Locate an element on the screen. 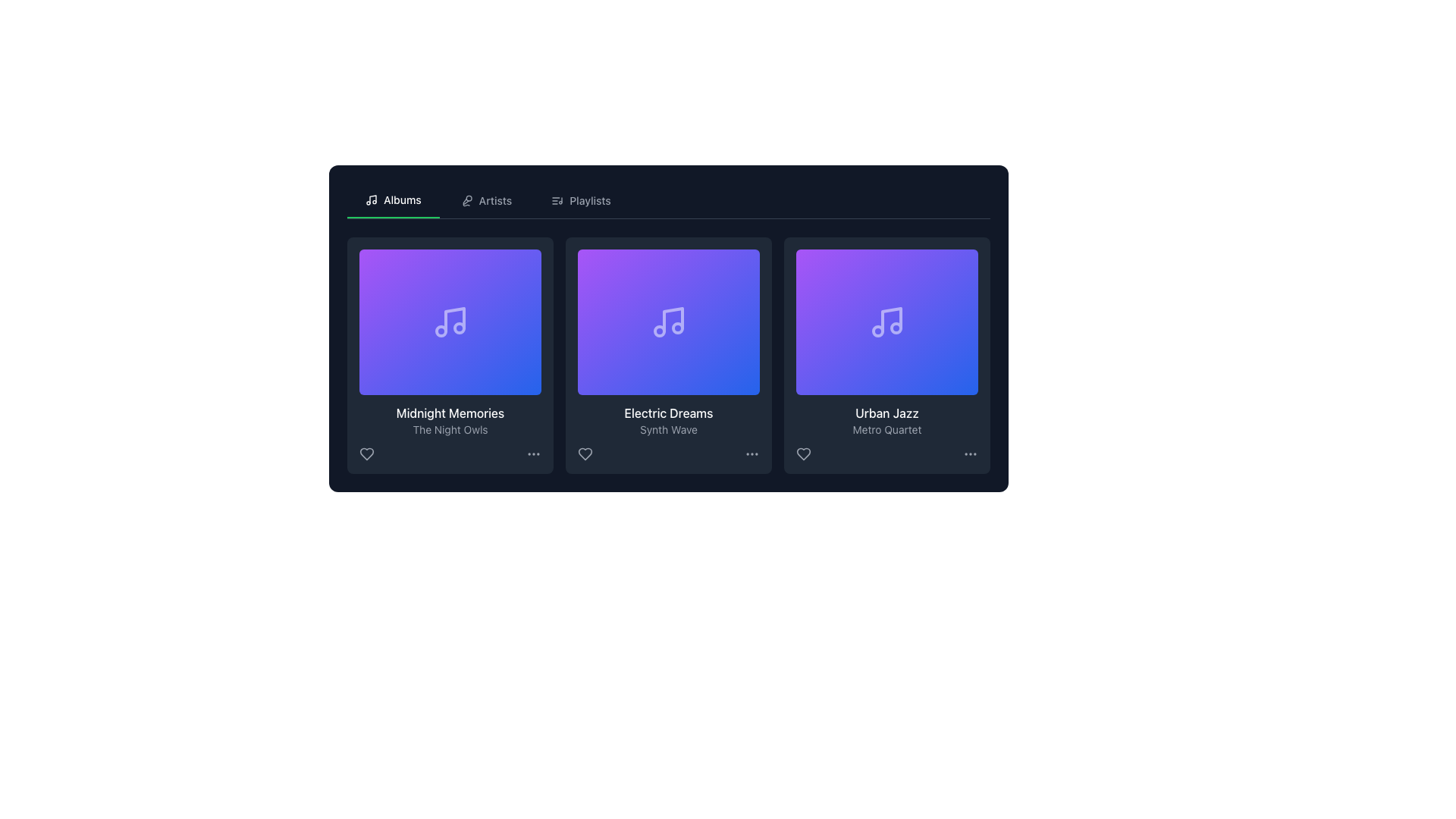 This screenshot has height=819, width=1456. the text label 'Urban Jazz', which is styled with white font color and positioned above the smaller text 'Metro Quartet' in the third card of a horizontal list layout is located at coordinates (887, 413).